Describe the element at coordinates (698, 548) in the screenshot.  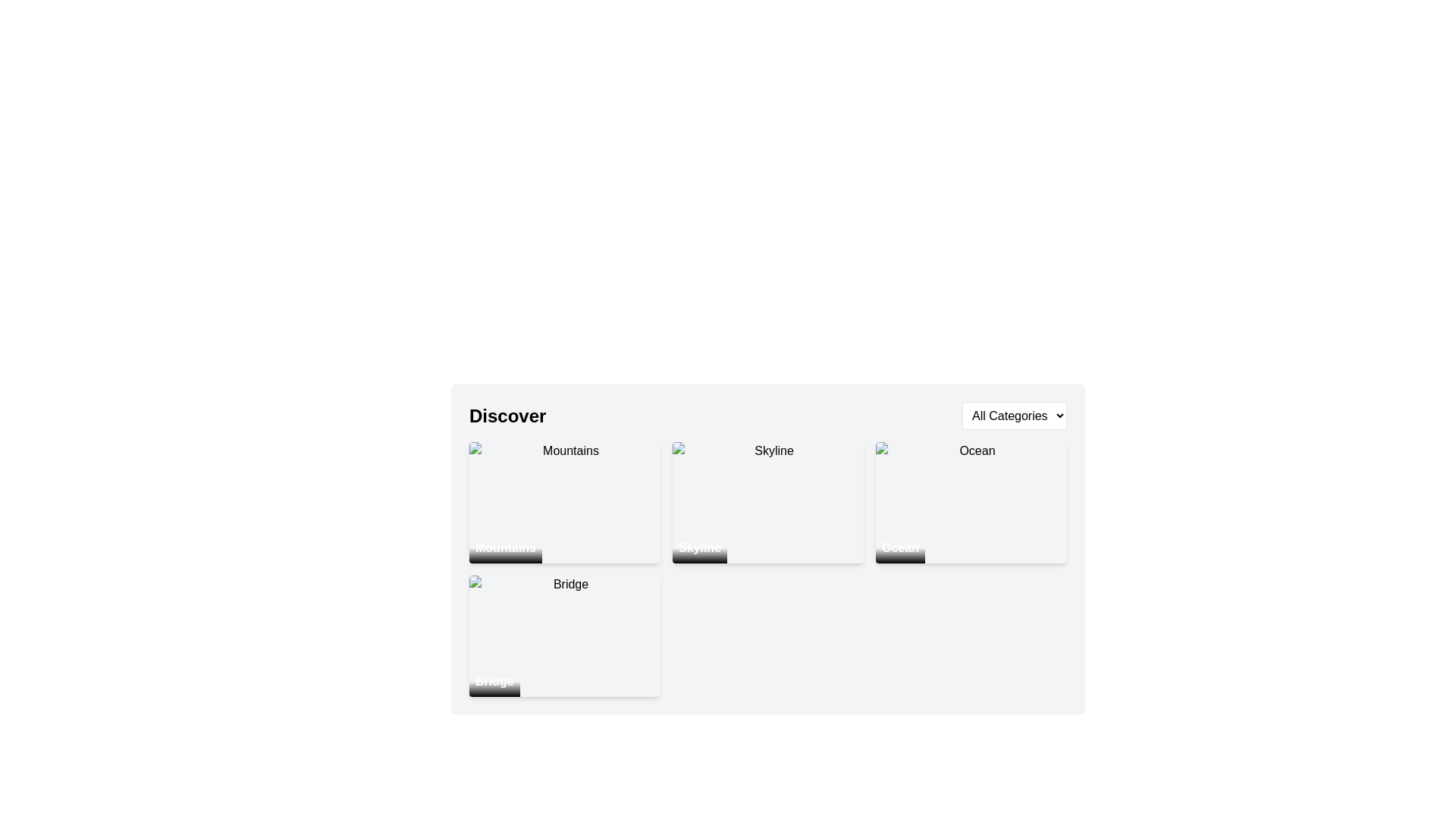
I see `bold text label 'Skyline' displayed in white font against a dark gradient background, located at the bottom of the second card in the 'Discover' section` at that location.